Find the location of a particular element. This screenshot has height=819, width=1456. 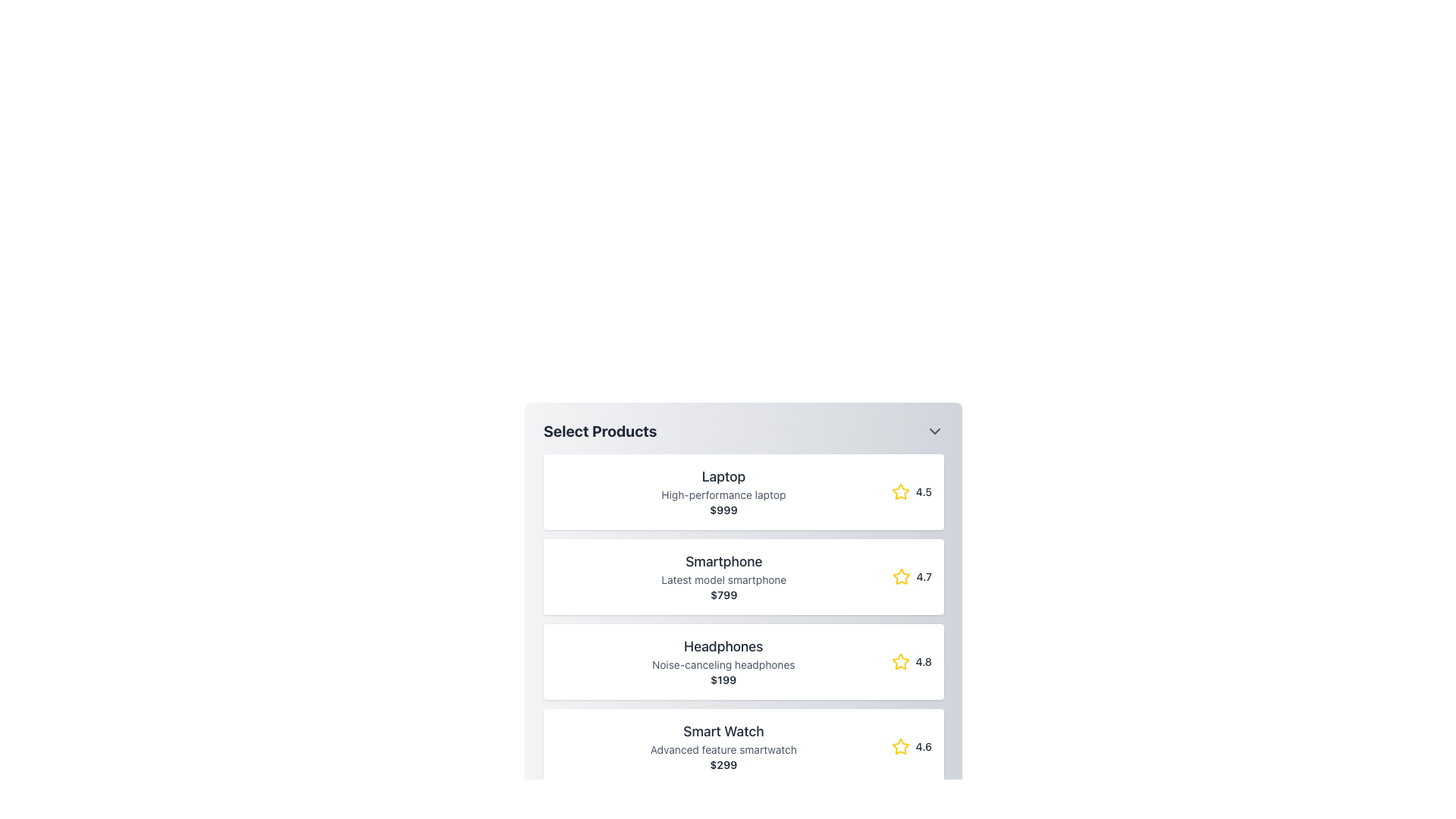

the Rating display component for the 'Smart Watch' product, which features a yellow star icon and a rating value of '4.6' is located at coordinates (911, 745).